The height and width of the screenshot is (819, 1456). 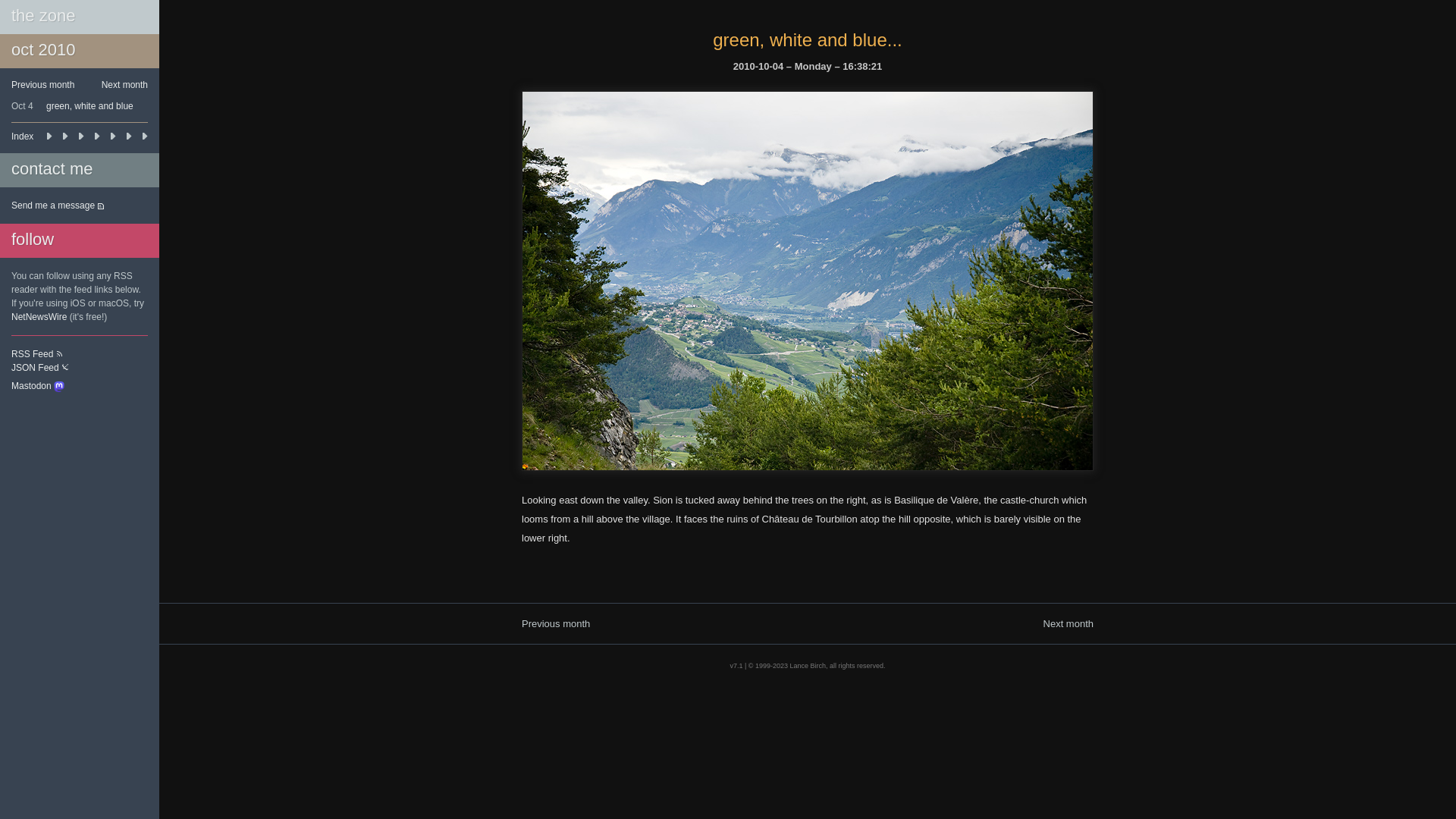 I want to click on 'Previous month', so click(x=49, y=84).